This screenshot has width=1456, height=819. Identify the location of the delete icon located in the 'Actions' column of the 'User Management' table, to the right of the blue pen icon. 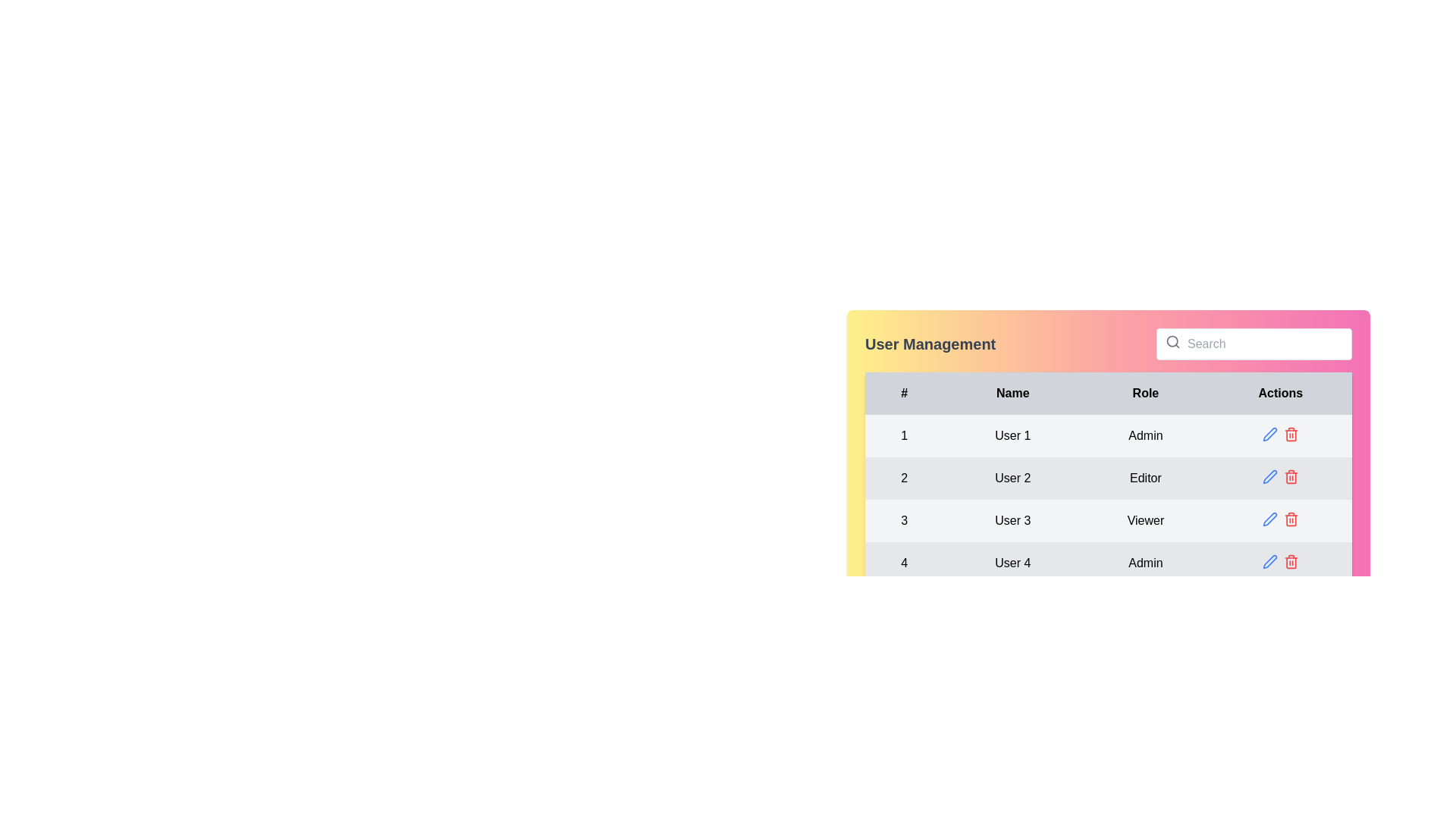
(1290, 561).